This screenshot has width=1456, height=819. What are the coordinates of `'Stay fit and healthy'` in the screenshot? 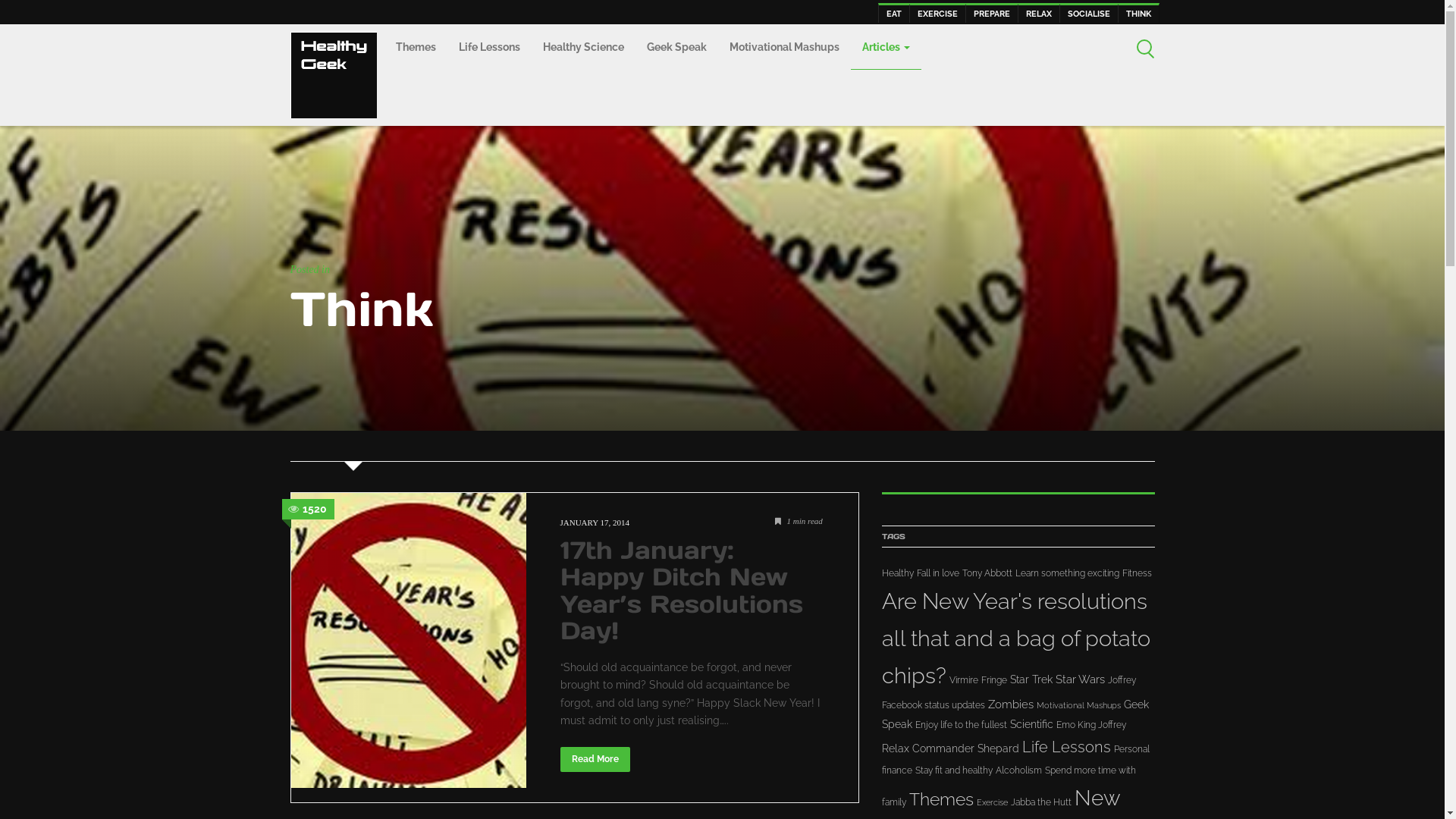 It's located at (952, 770).